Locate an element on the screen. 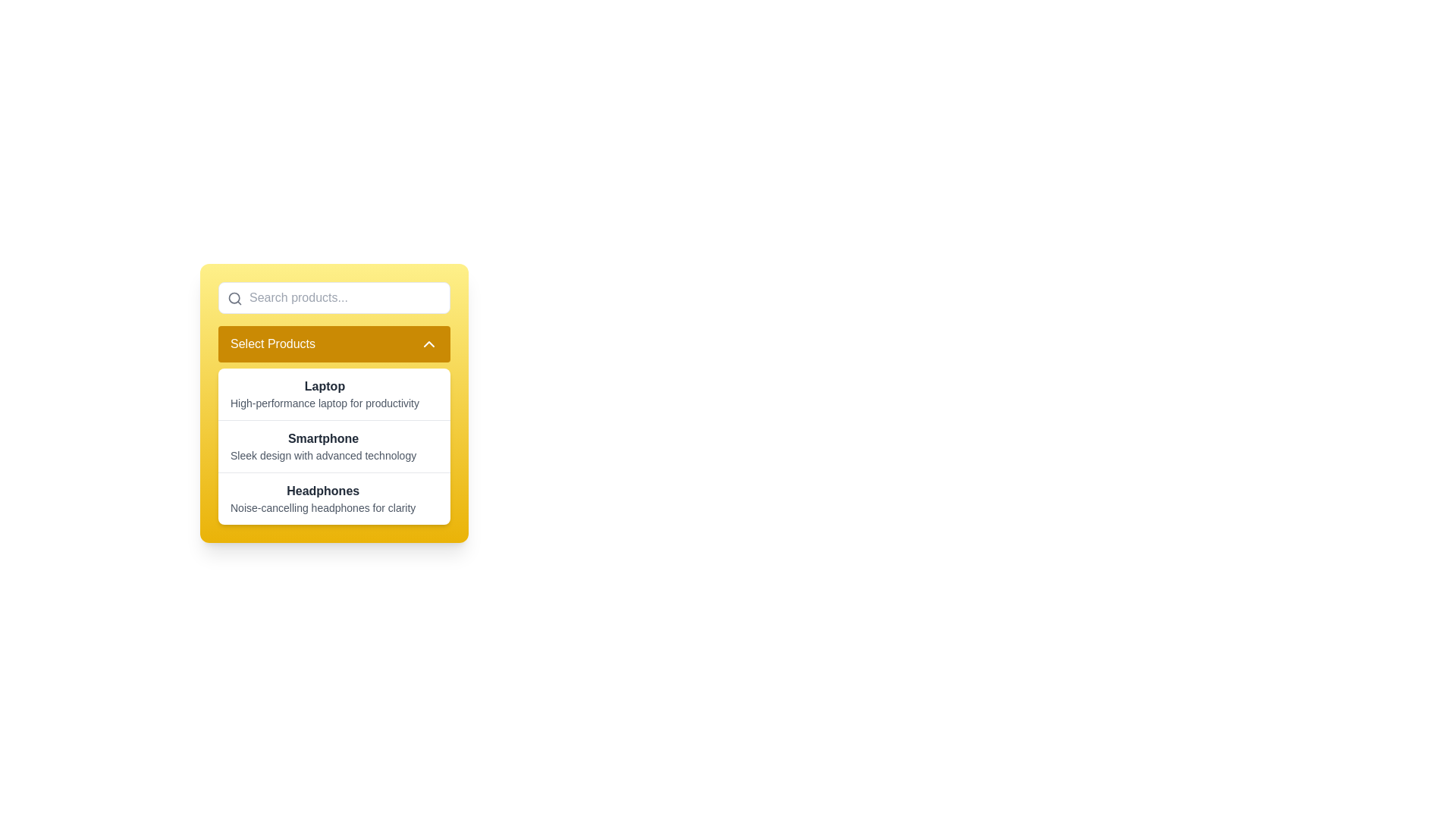 This screenshot has height=819, width=1456. the third item in the selectable list, which has text content and is located in a popup widget with a yellow background is located at coordinates (322, 499).